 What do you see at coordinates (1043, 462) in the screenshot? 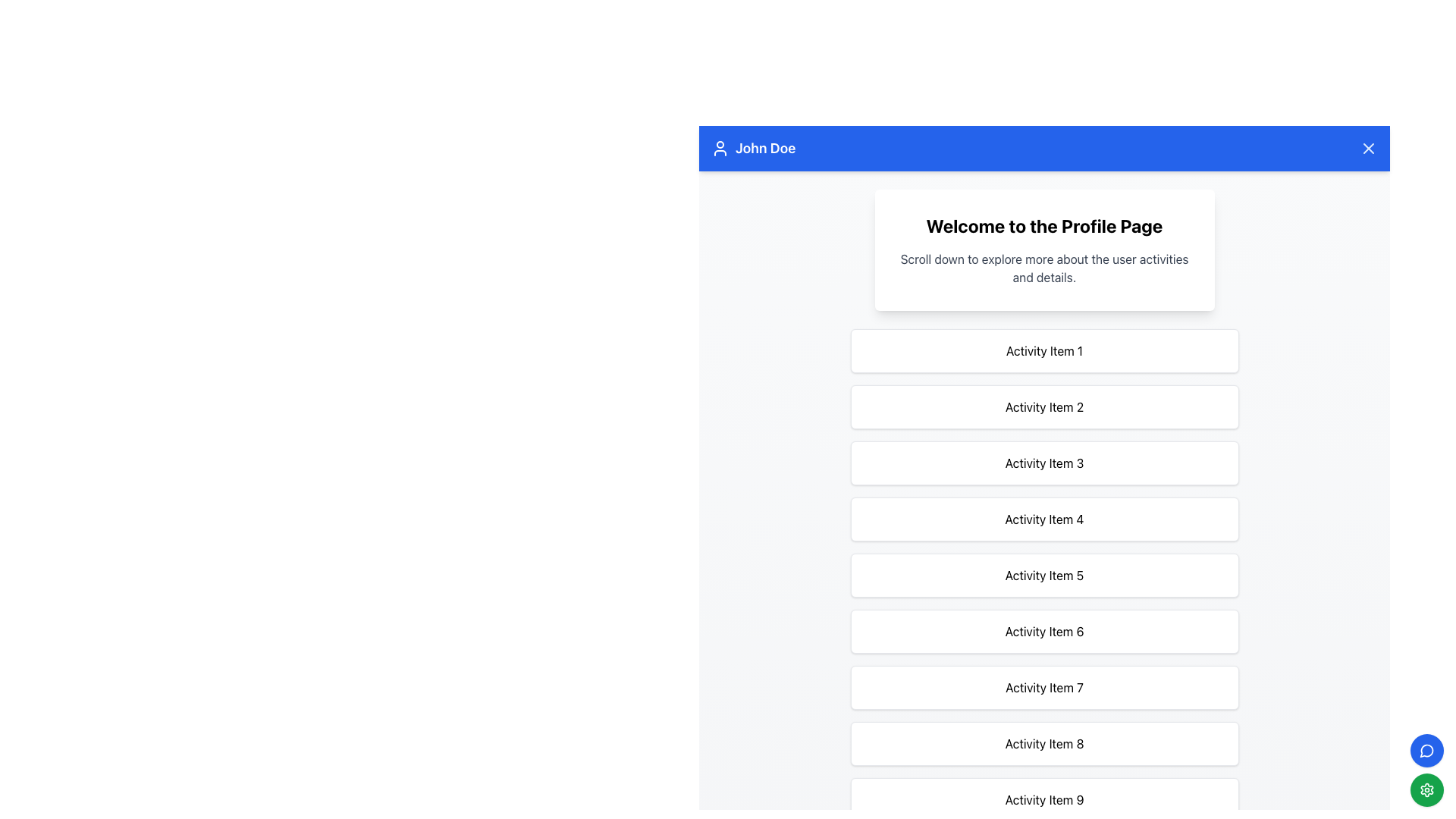
I see `text displayed on the Text Card labeled 'Activity Item 3', which is a rectangular white card with rounded corners and a thin gray border, located centrally in the list of items` at bounding box center [1043, 462].